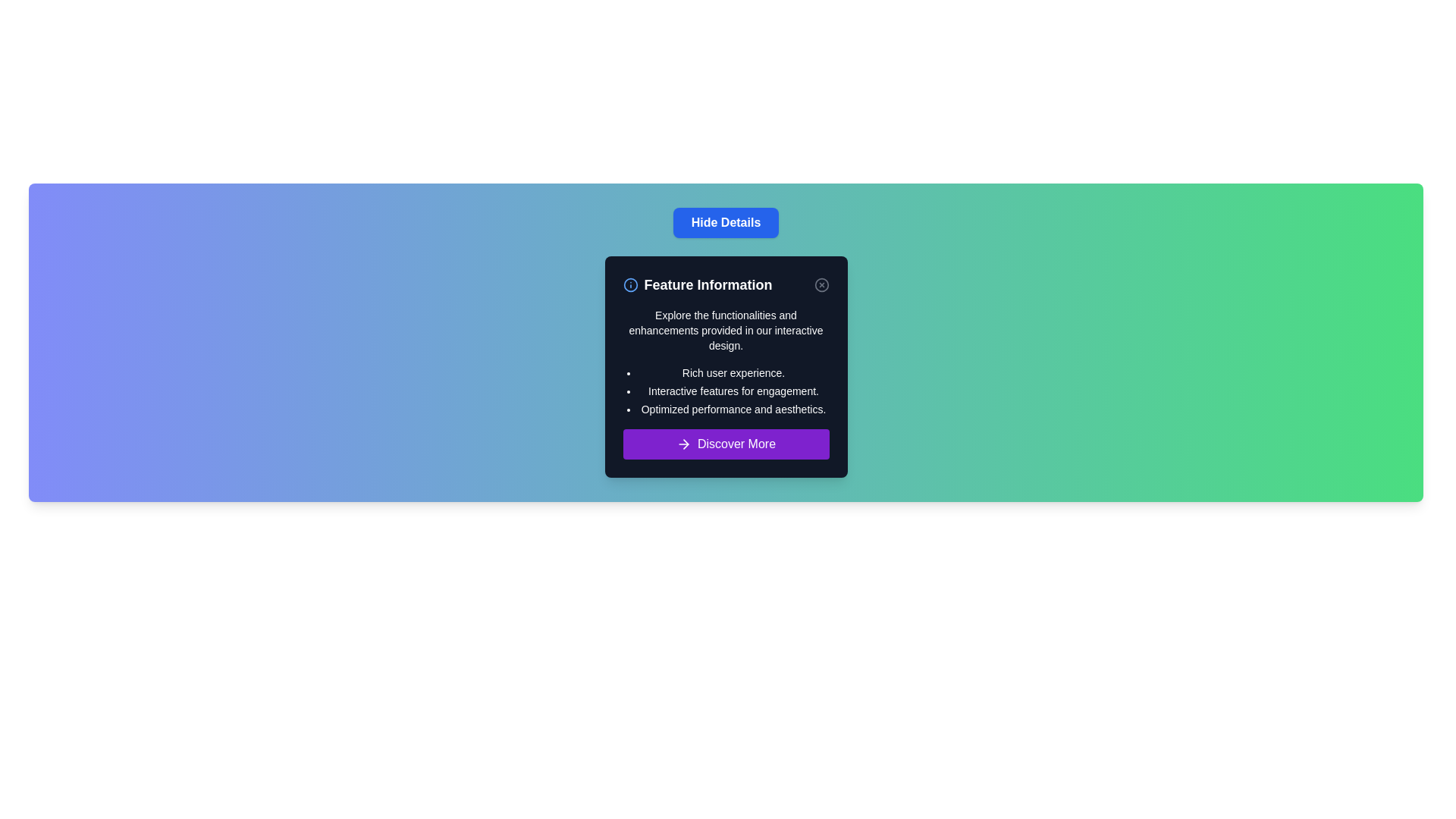 This screenshot has height=819, width=1456. Describe the element at coordinates (733, 409) in the screenshot. I see `the text element reading 'Optimized performance and aesthetics.' which is the third item in a vertically arranged bulleted list` at that location.